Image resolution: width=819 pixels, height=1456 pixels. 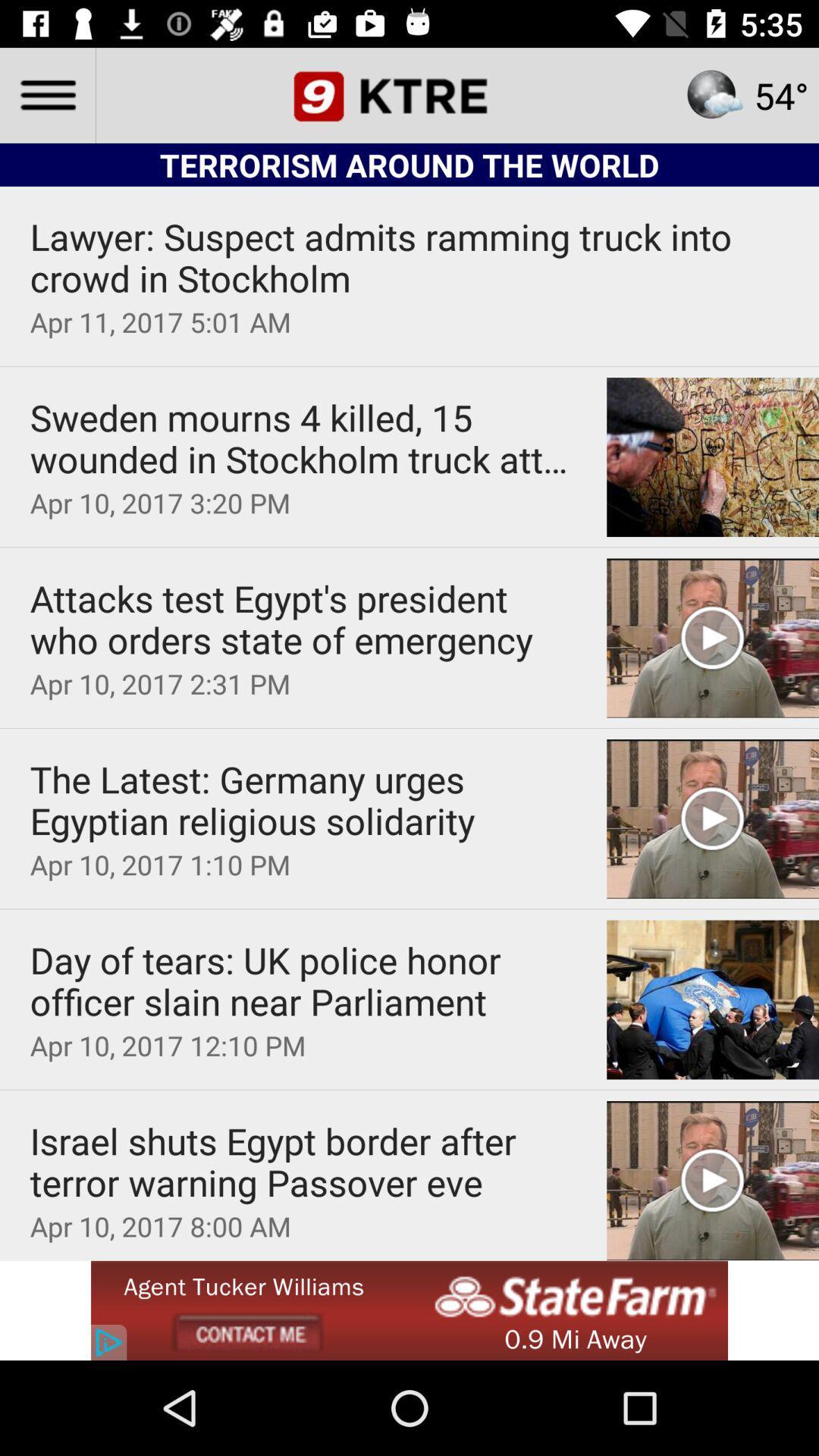 What do you see at coordinates (46, 94) in the screenshot?
I see `the menu icon` at bounding box center [46, 94].